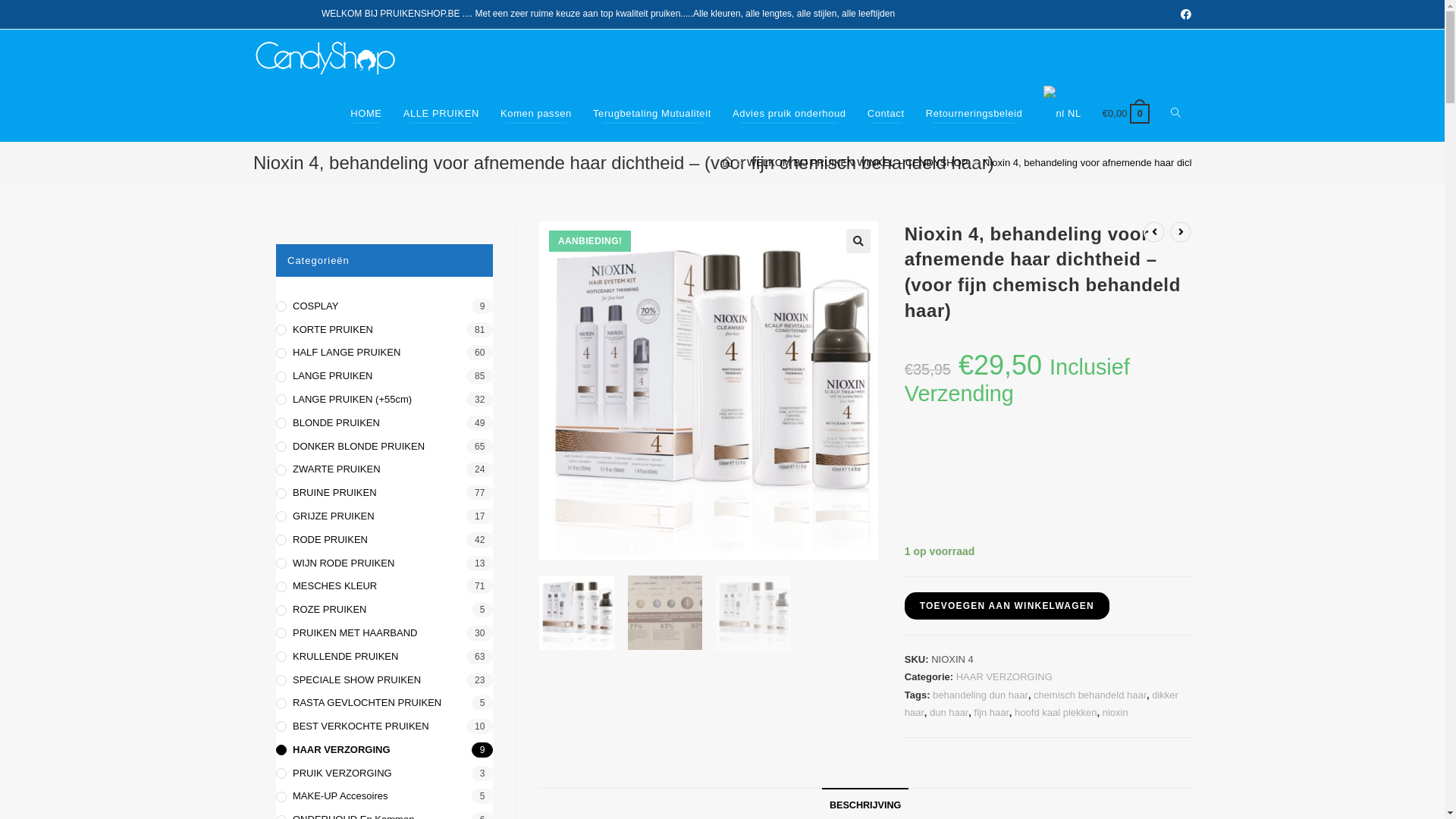 Image resolution: width=1456 pixels, height=819 pixels. Describe the element at coordinates (384, 679) in the screenshot. I see `'SPECIALE SHOW PRUIKEN'` at that location.